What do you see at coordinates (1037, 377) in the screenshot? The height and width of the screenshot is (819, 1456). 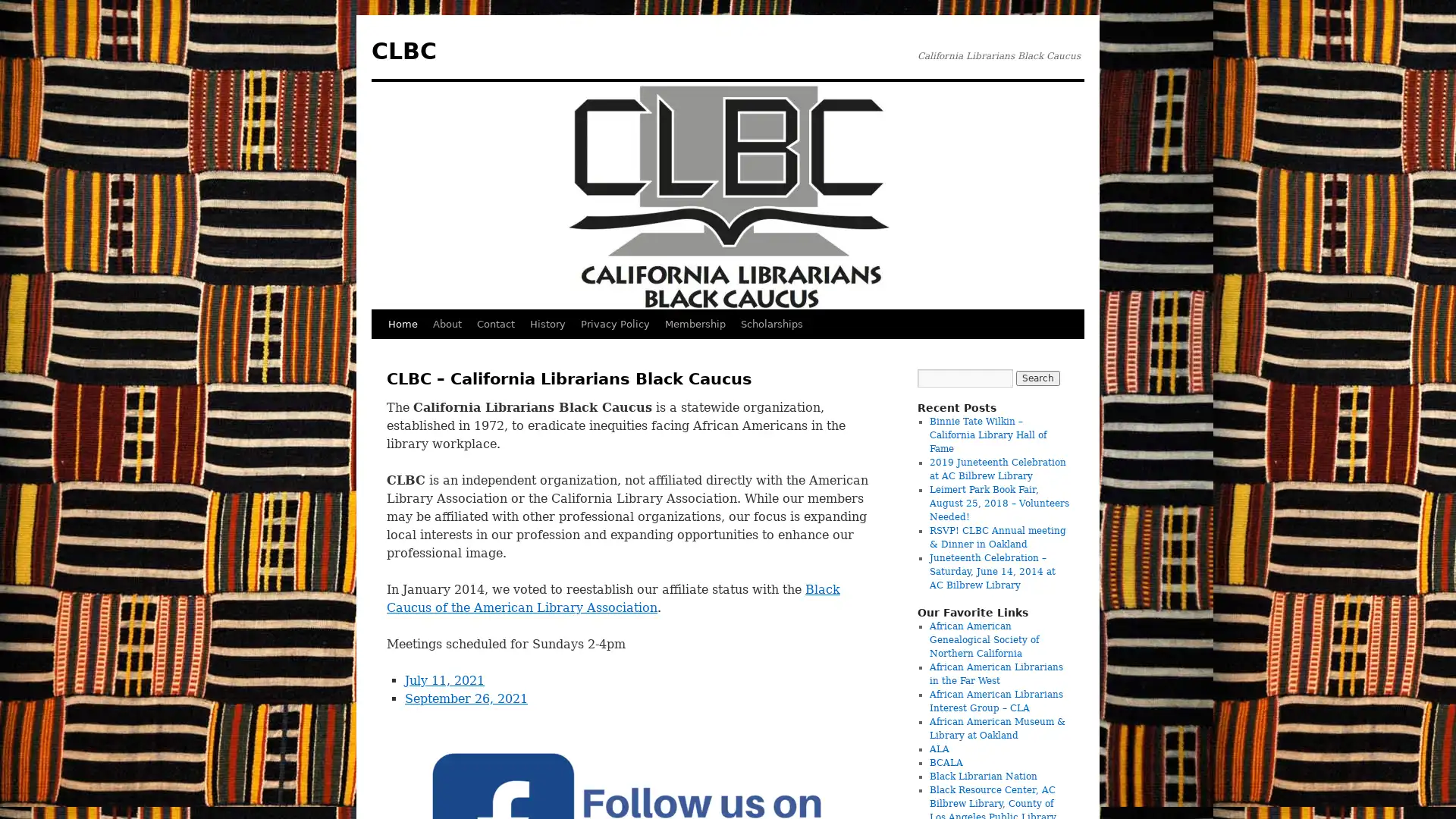 I see `Search` at bounding box center [1037, 377].